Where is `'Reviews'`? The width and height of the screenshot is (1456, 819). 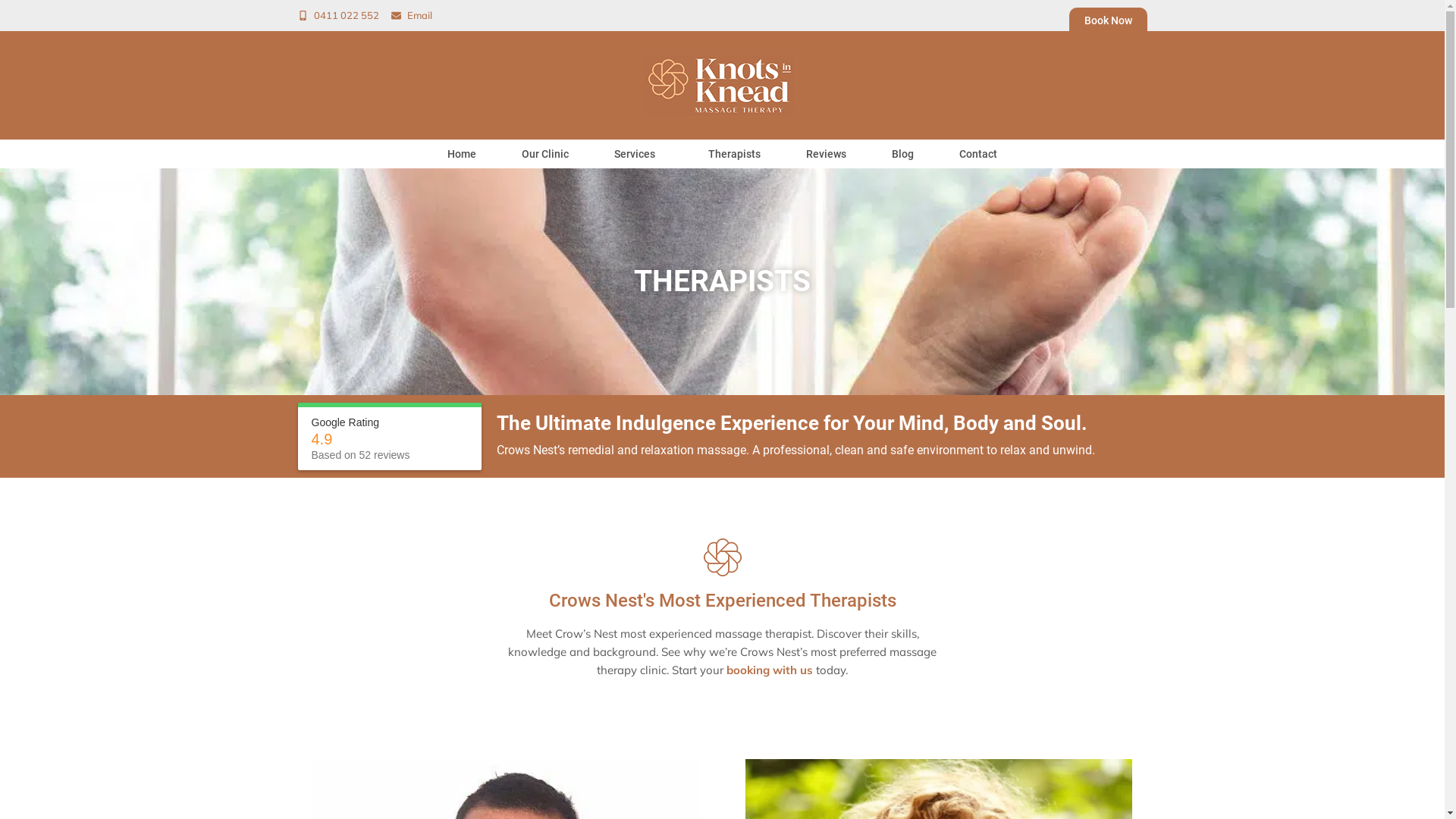 'Reviews' is located at coordinates (825, 154).